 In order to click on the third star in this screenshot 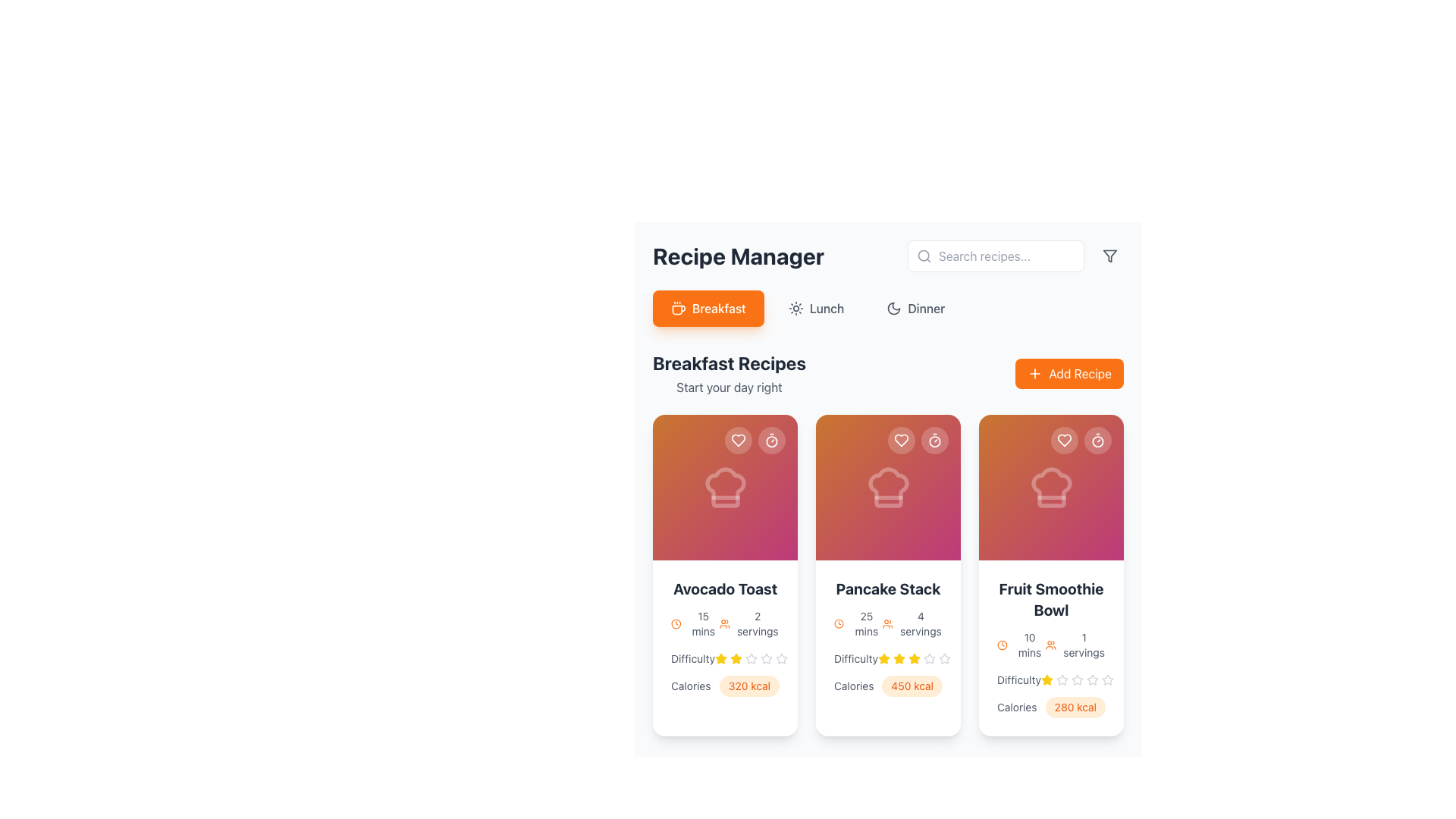, I will do `click(751, 657)`.